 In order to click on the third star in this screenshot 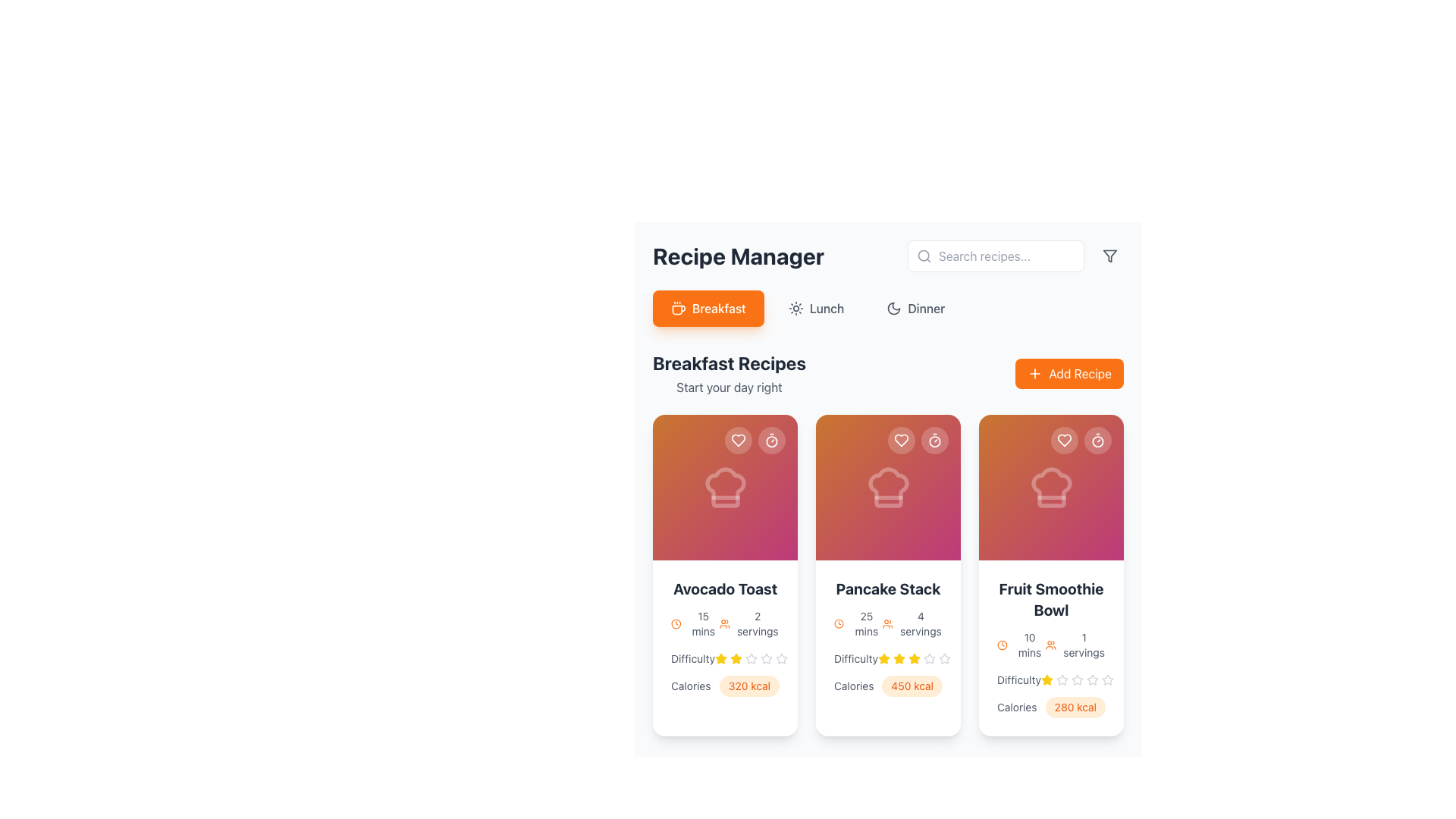, I will do `click(751, 657)`.